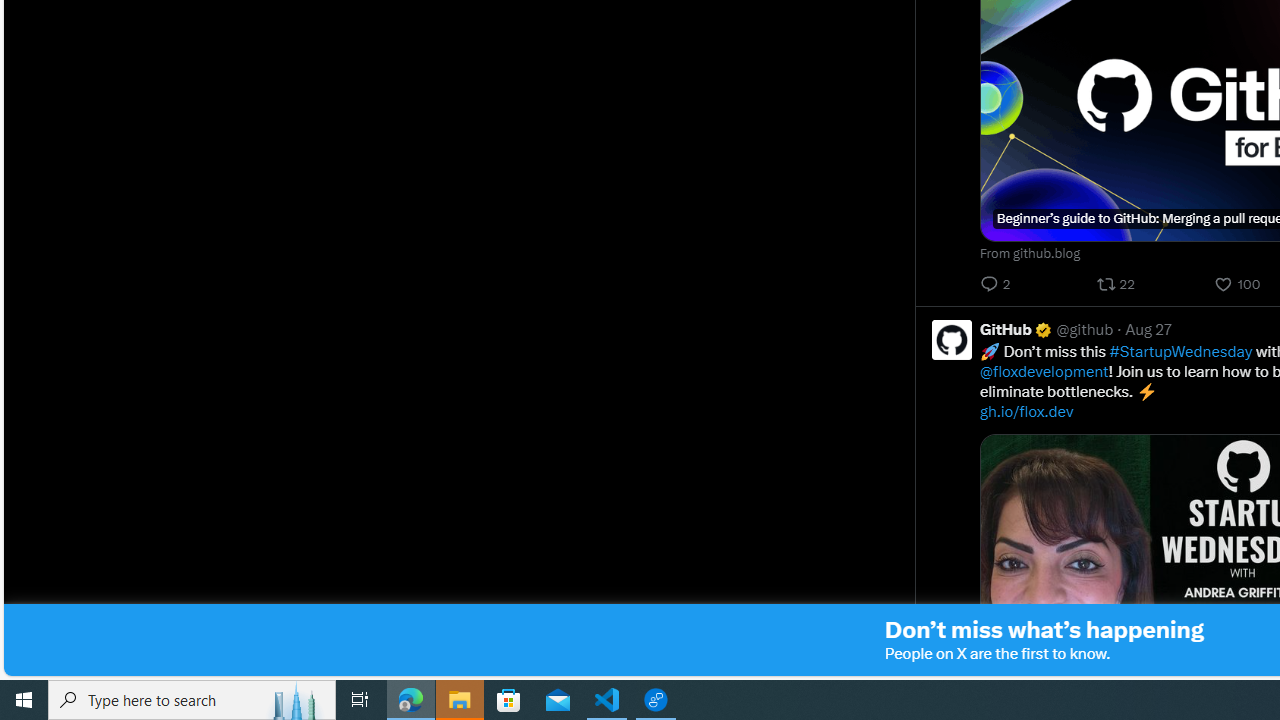 This screenshot has width=1280, height=720. Describe the element at coordinates (1083, 328) in the screenshot. I see `'@github'` at that location.